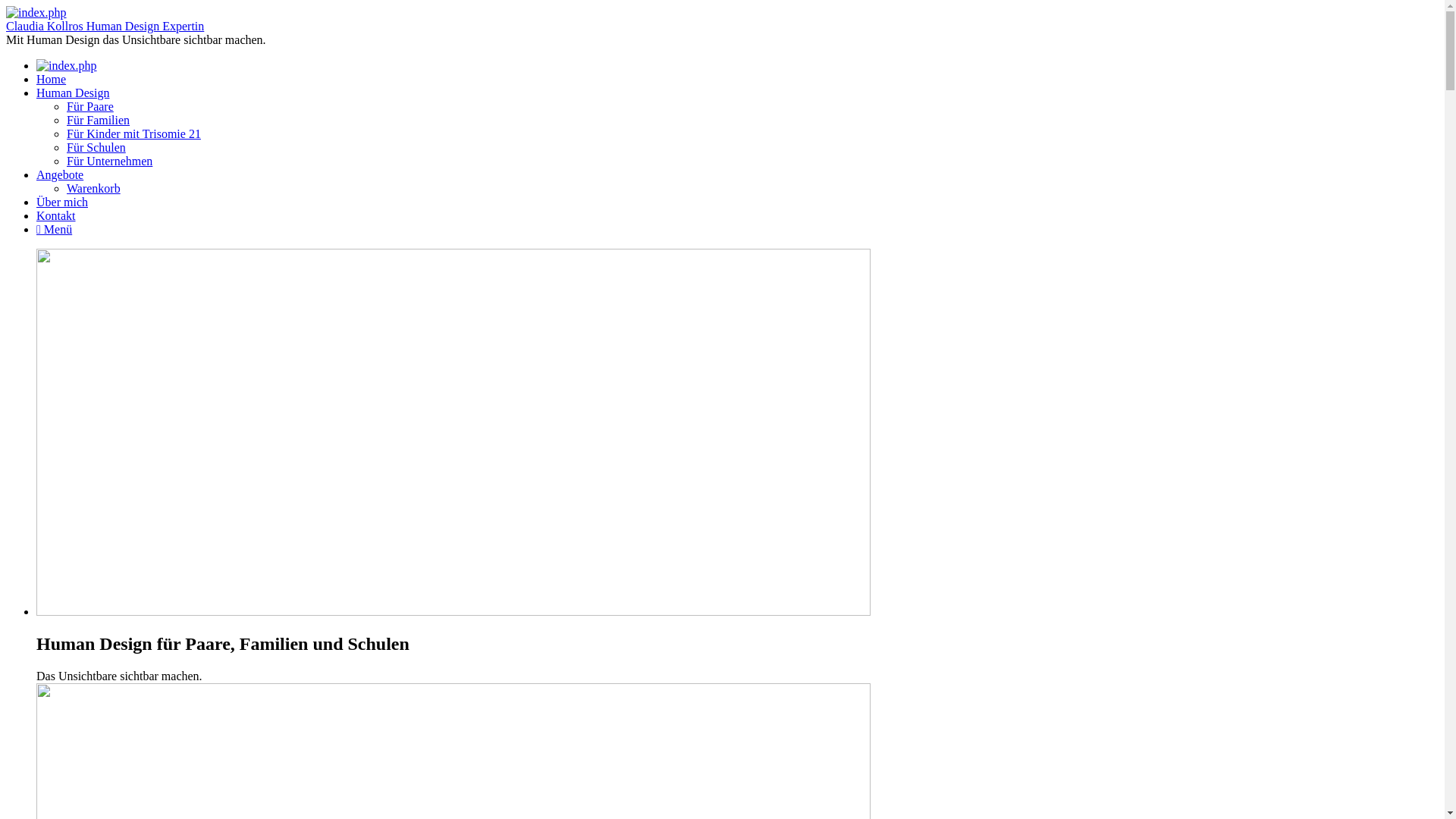 Image resolution: width=1456 pixels, height=819 pixels. I want to click on 'Human Design', so click(72, 93).